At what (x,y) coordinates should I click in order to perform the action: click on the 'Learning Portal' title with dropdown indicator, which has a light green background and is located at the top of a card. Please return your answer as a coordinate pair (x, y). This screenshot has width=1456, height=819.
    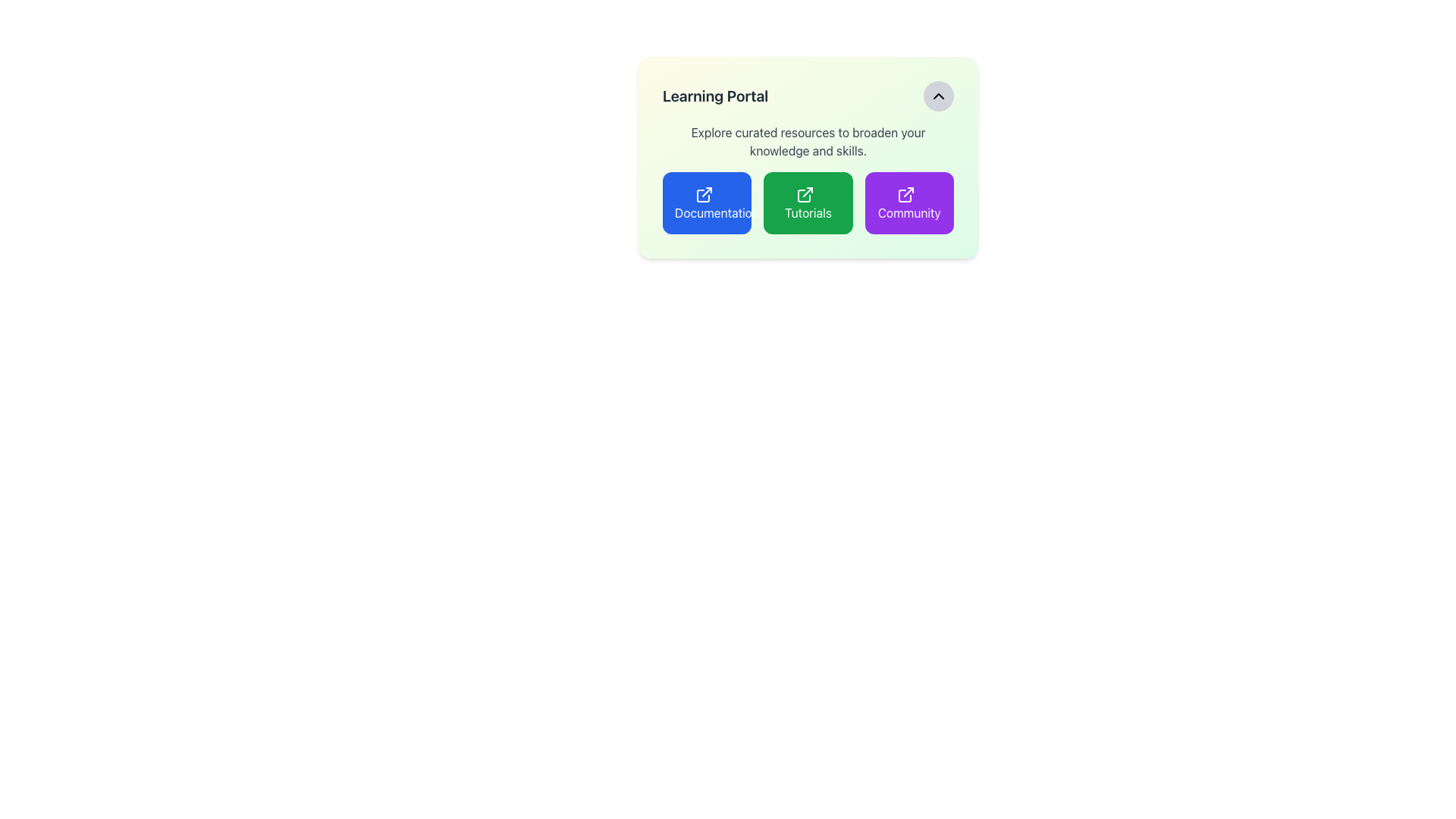
    Looking at the image, I should click on (807, 96).